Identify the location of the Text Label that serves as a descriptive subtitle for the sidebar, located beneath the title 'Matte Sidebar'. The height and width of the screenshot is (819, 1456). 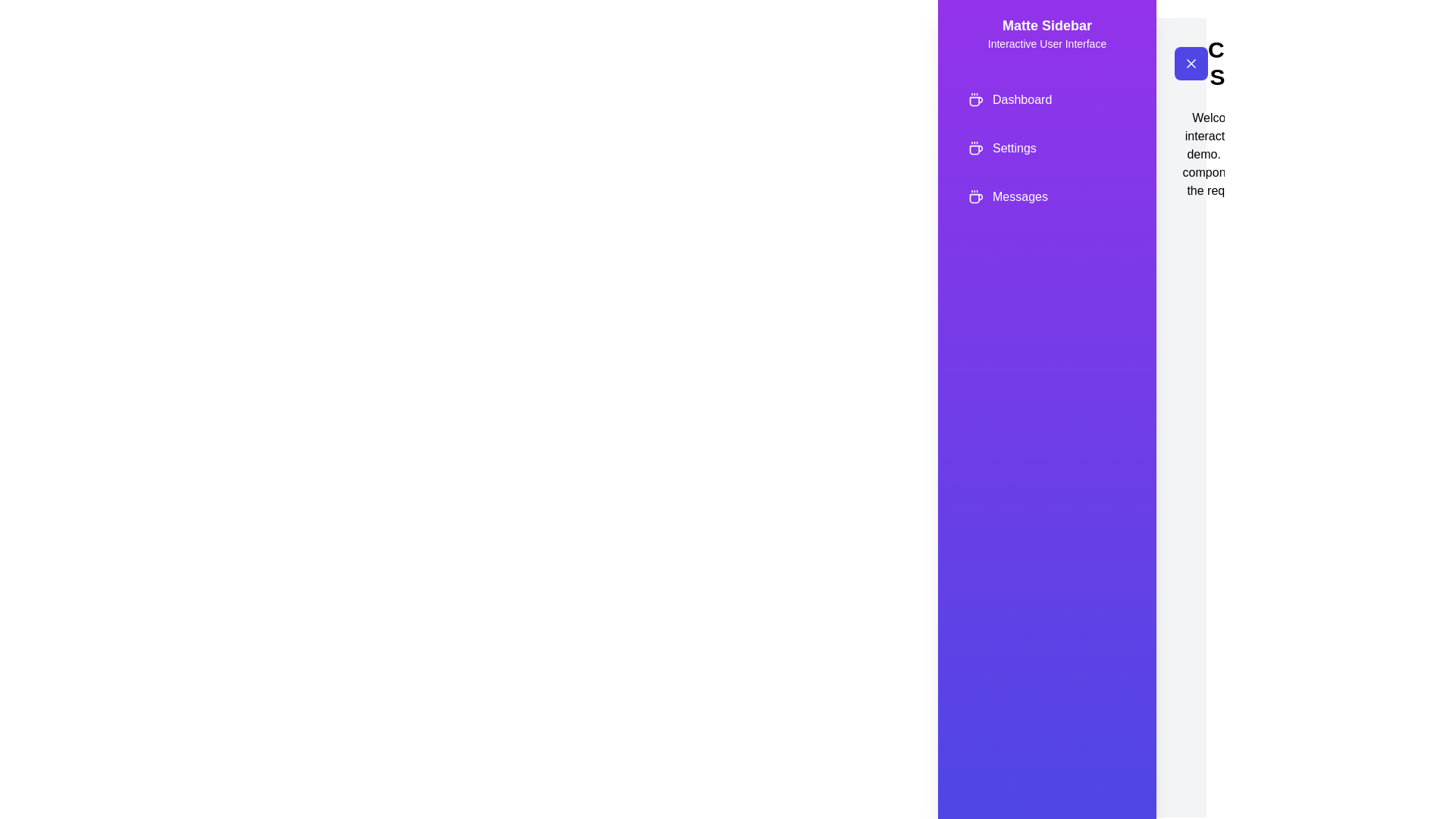
(1046, 42).